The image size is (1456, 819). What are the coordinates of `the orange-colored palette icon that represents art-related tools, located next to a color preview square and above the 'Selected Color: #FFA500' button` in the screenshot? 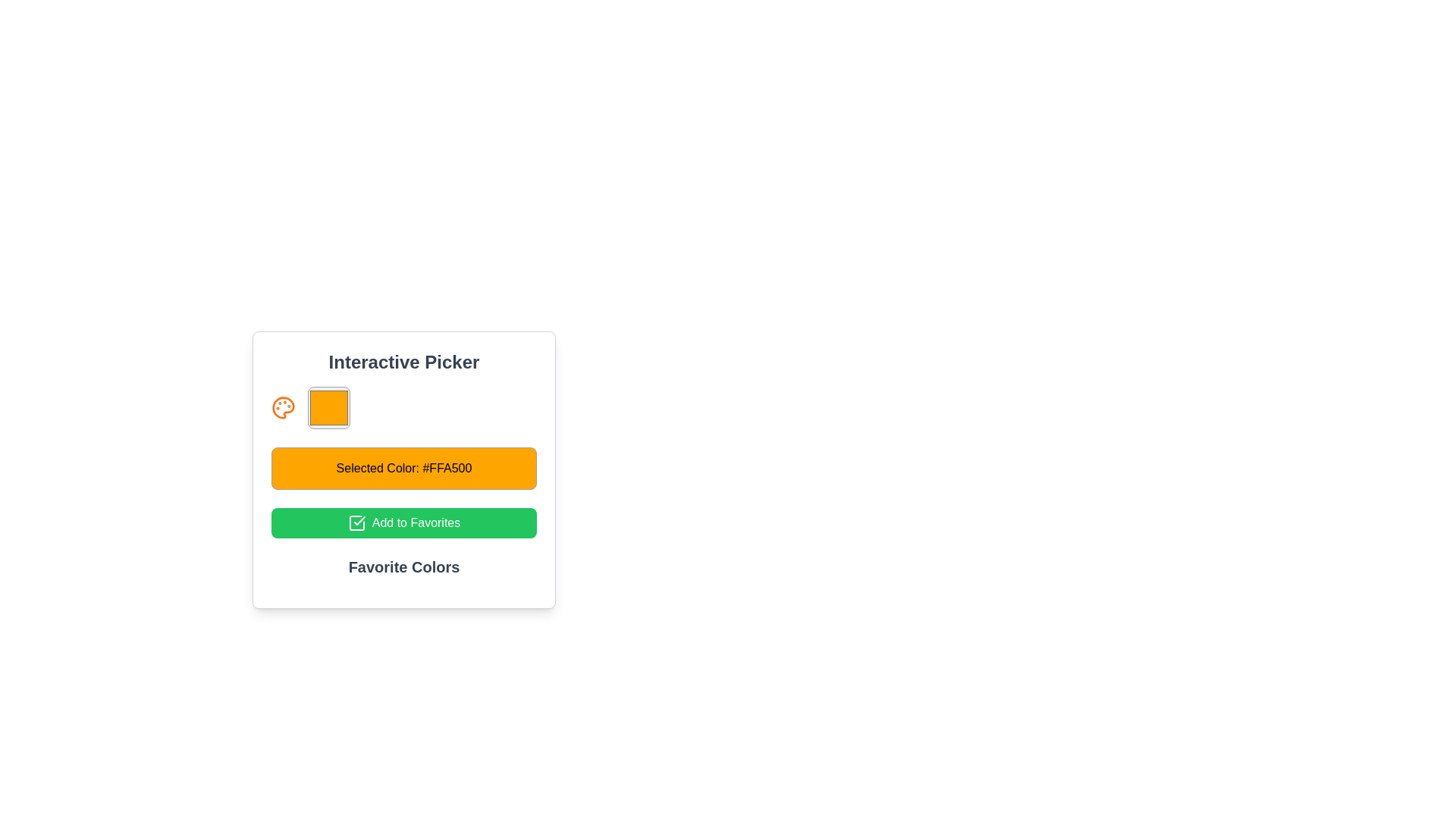 It's located at (284, 406).